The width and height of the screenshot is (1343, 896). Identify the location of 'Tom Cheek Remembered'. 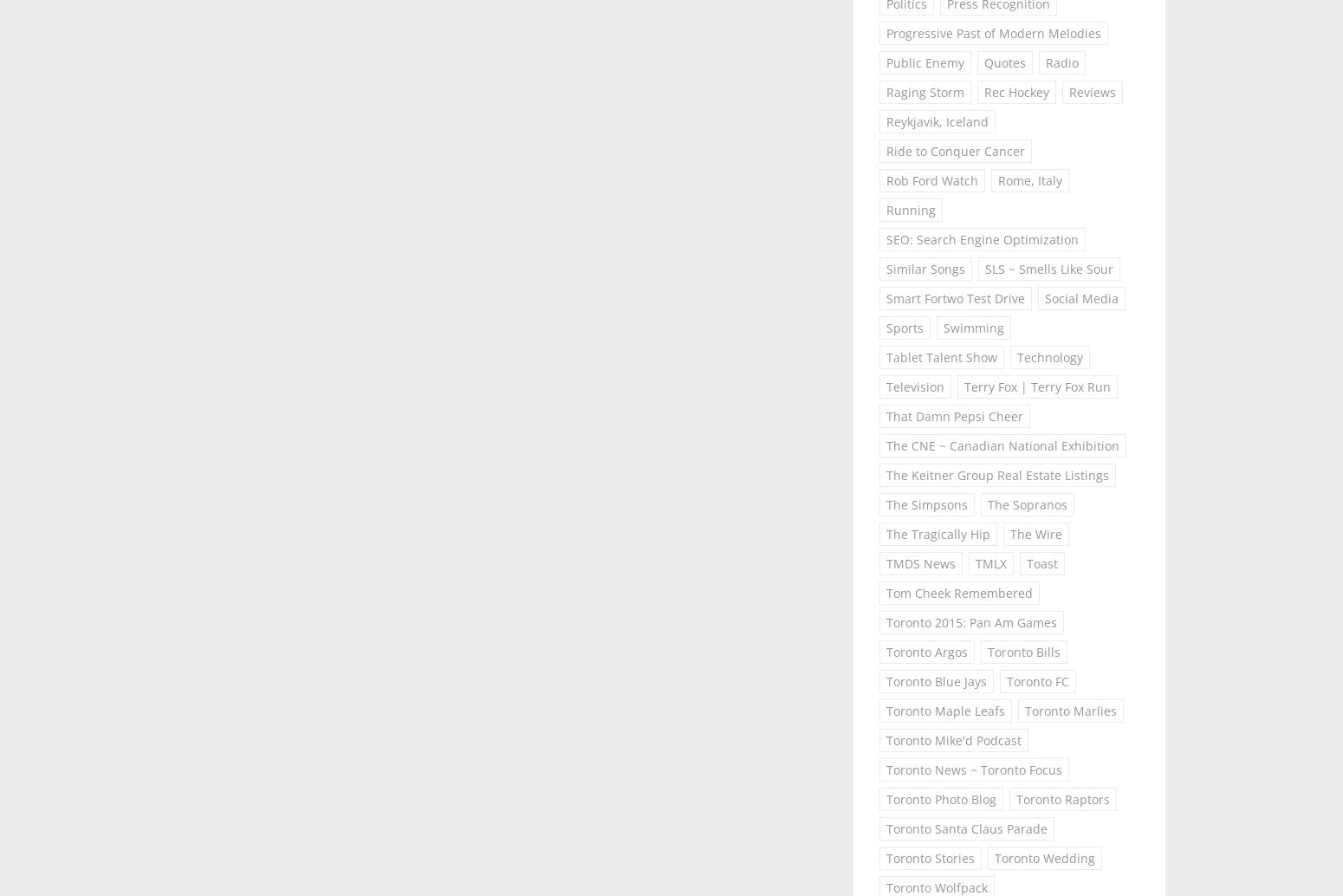
(958, 593).